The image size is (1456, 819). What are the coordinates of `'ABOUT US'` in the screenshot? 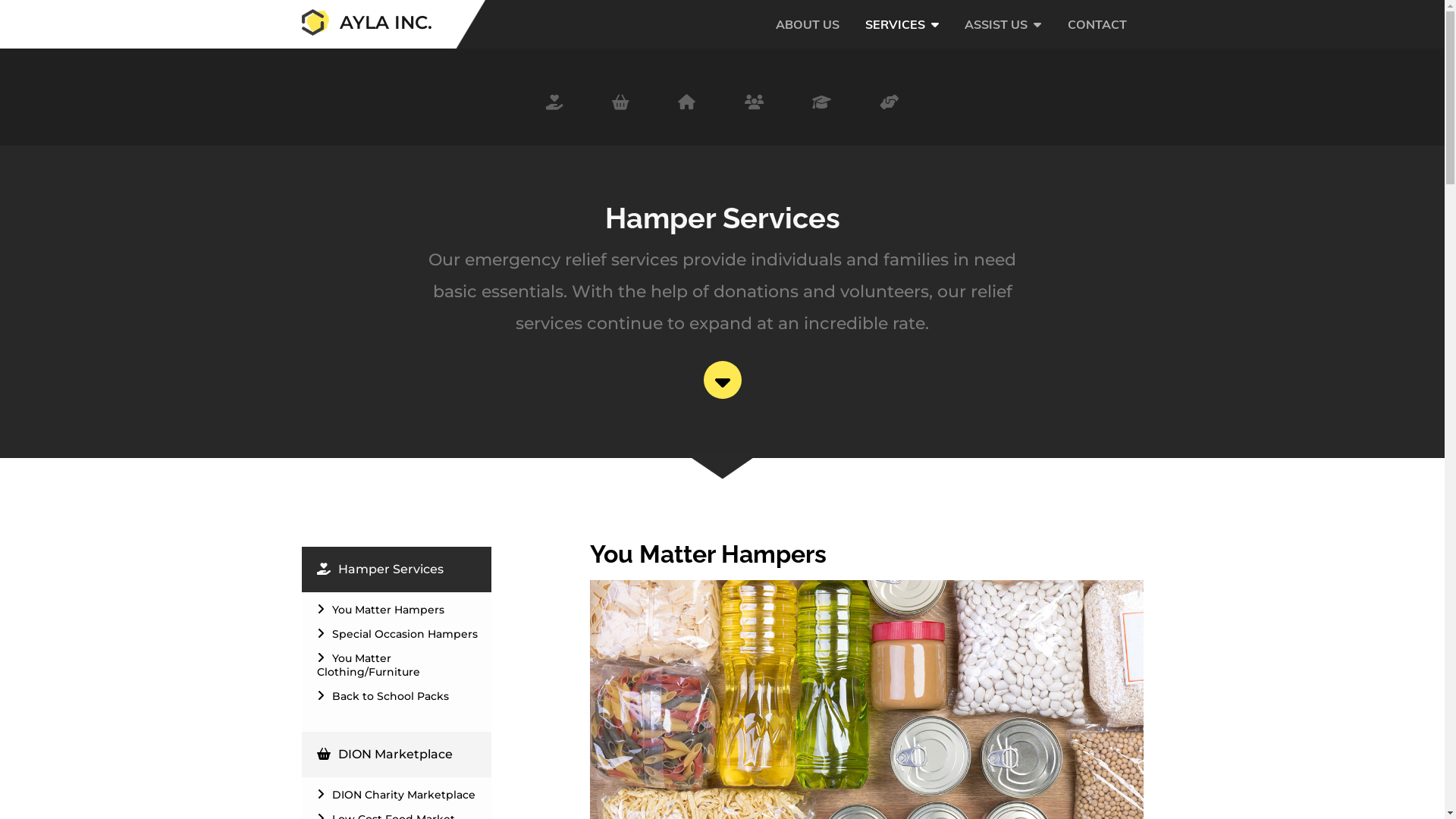 It's located at (807, 38).